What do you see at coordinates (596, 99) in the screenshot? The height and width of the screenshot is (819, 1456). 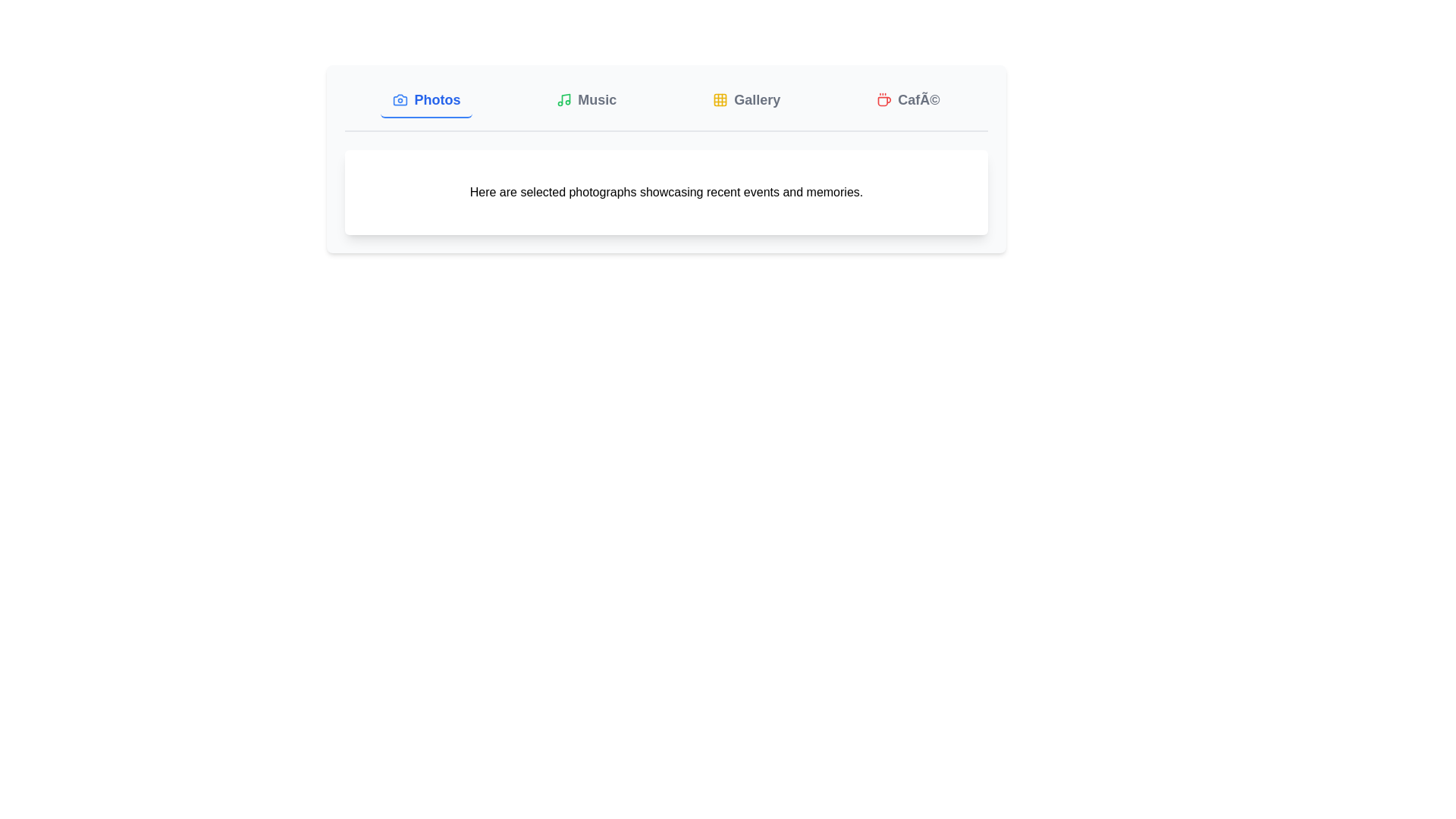 I see `the 'Music' text label` at bounding box center [596, 99].